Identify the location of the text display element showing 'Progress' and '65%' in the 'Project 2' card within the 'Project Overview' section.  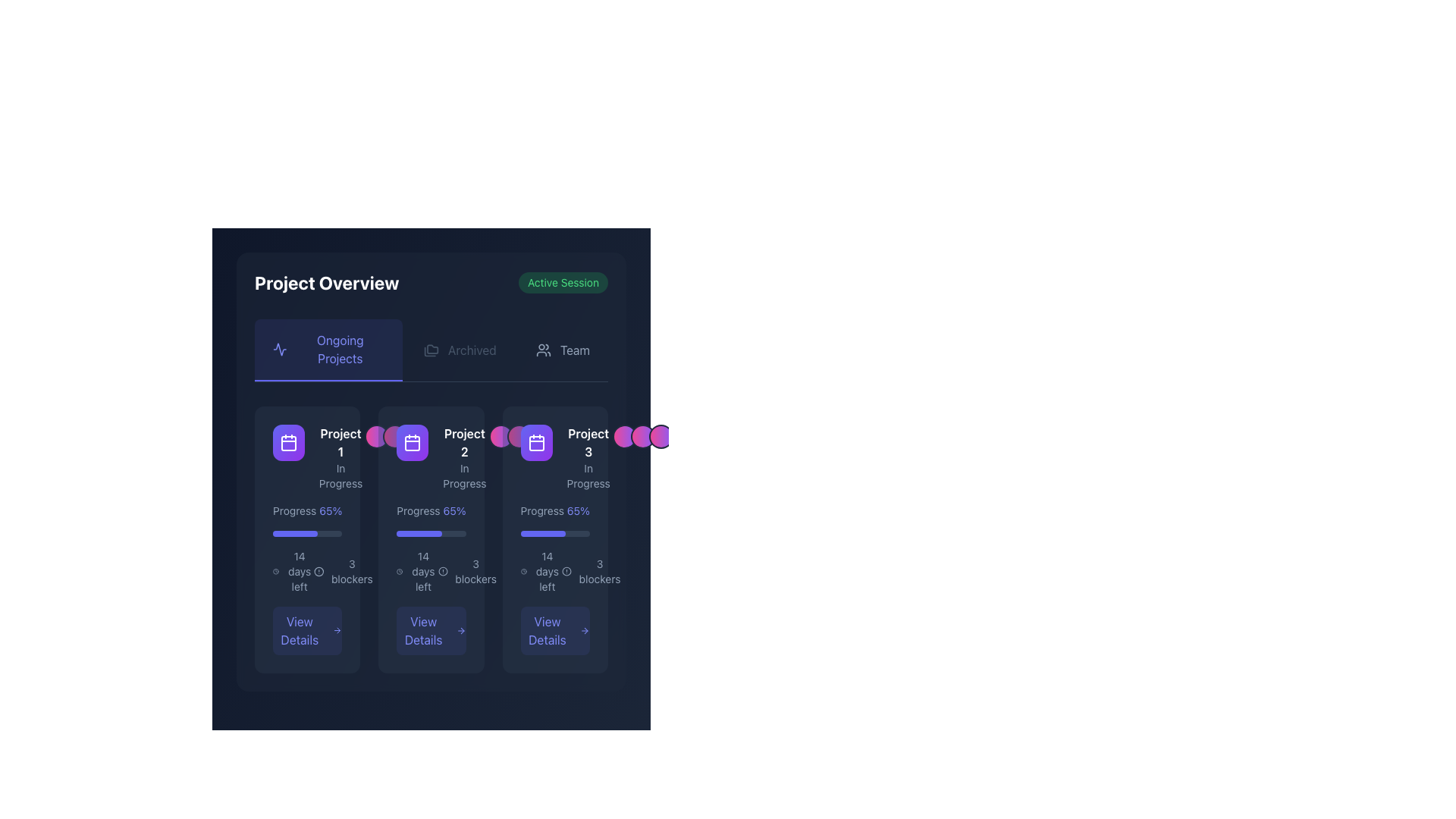
(430, 511).